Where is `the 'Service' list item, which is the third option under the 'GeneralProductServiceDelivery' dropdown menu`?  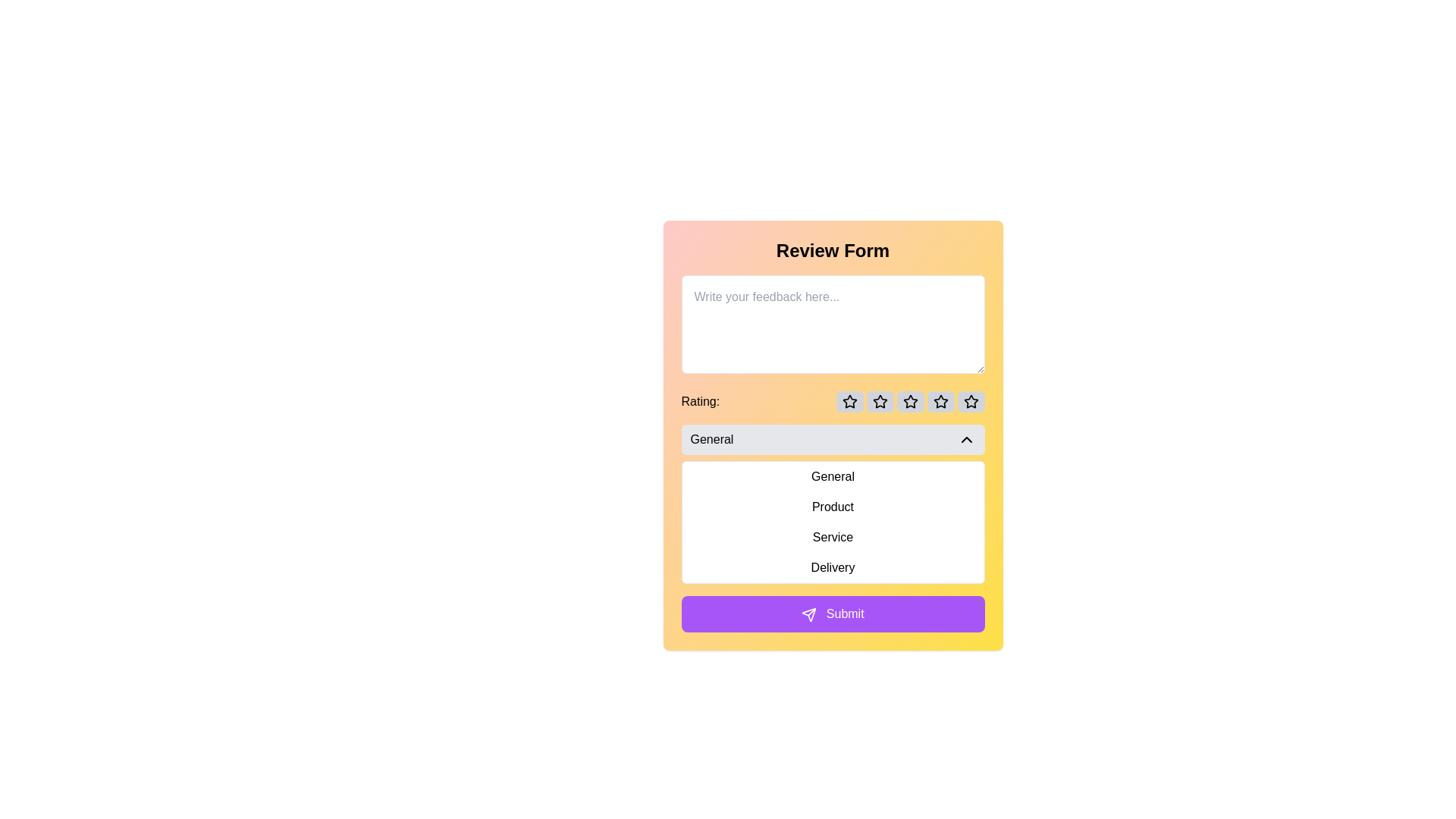
the 'Service' list item, which is the third option under the 'GeneralProductServiceDelivery' dropdown menu is located at coordinates (832, 537).